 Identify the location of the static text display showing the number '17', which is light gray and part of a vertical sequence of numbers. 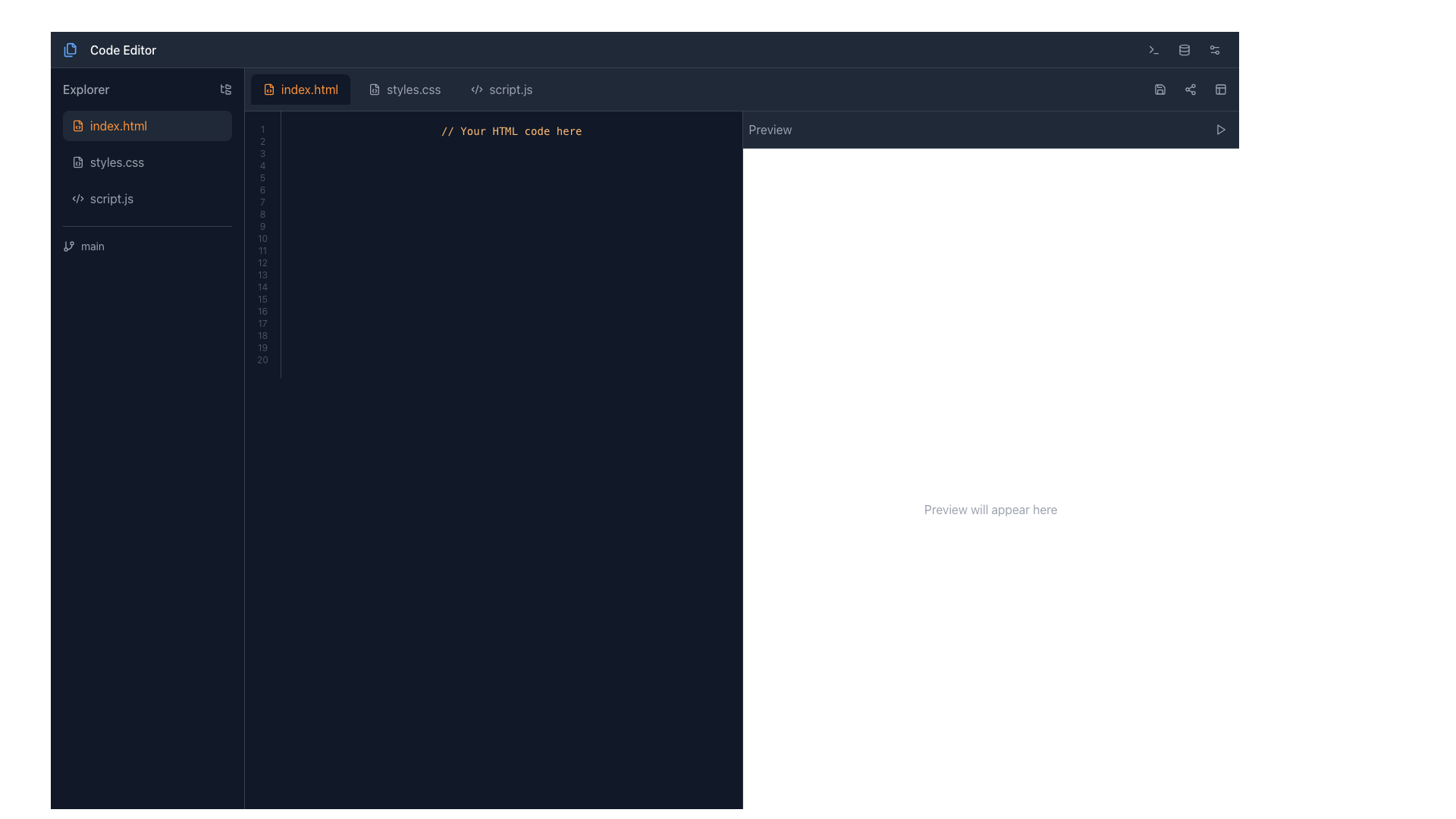
(262, 323).